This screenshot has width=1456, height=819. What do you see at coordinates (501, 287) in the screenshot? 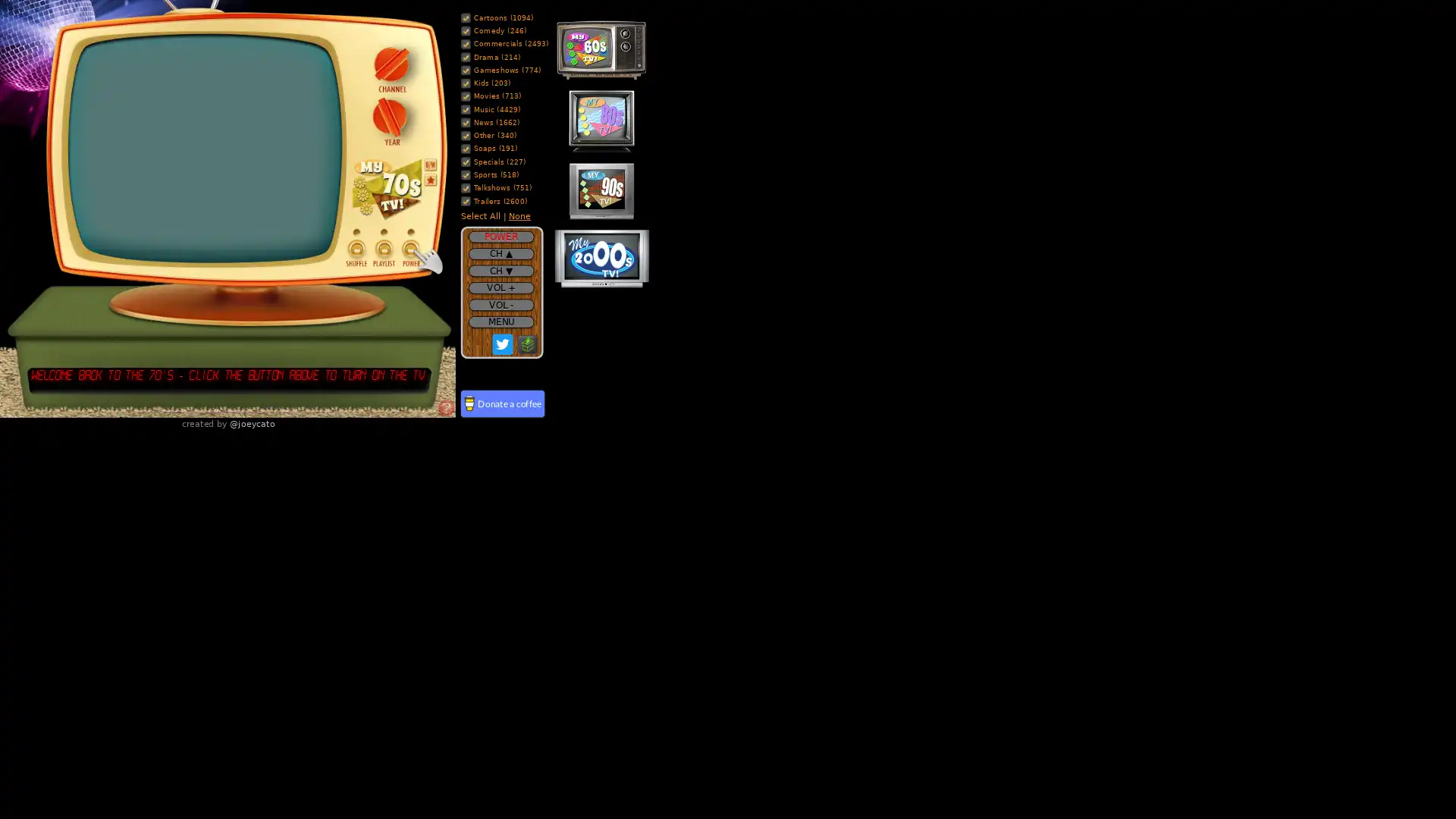
I see `VOL +` at bounding box center [501, 287].